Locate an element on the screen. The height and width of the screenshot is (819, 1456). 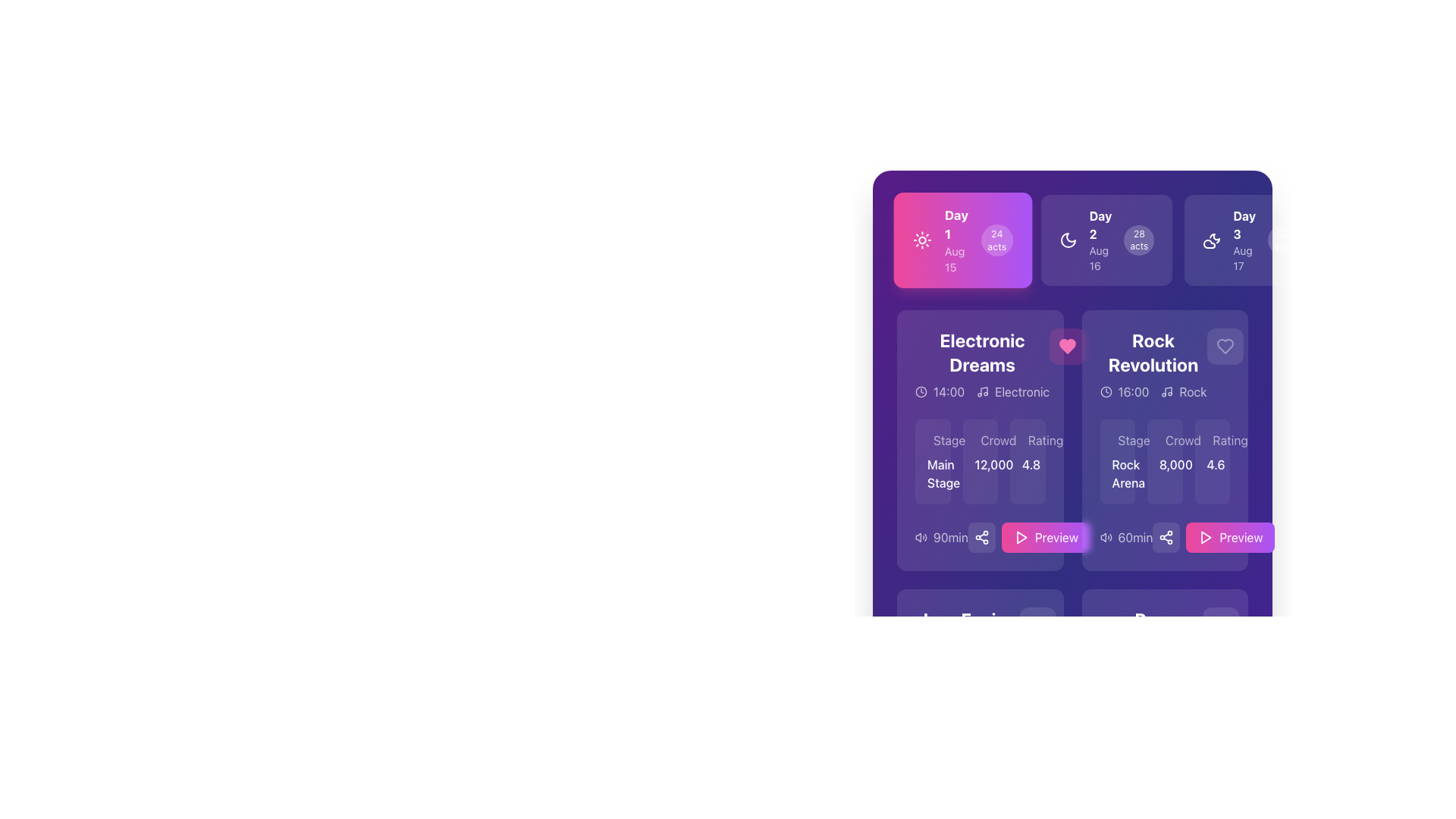
the informational badge displaying '22 acts', which is located at the top-right corner of the card for 'Day 3, Aug 17' is located at coordinates (1282, 239).